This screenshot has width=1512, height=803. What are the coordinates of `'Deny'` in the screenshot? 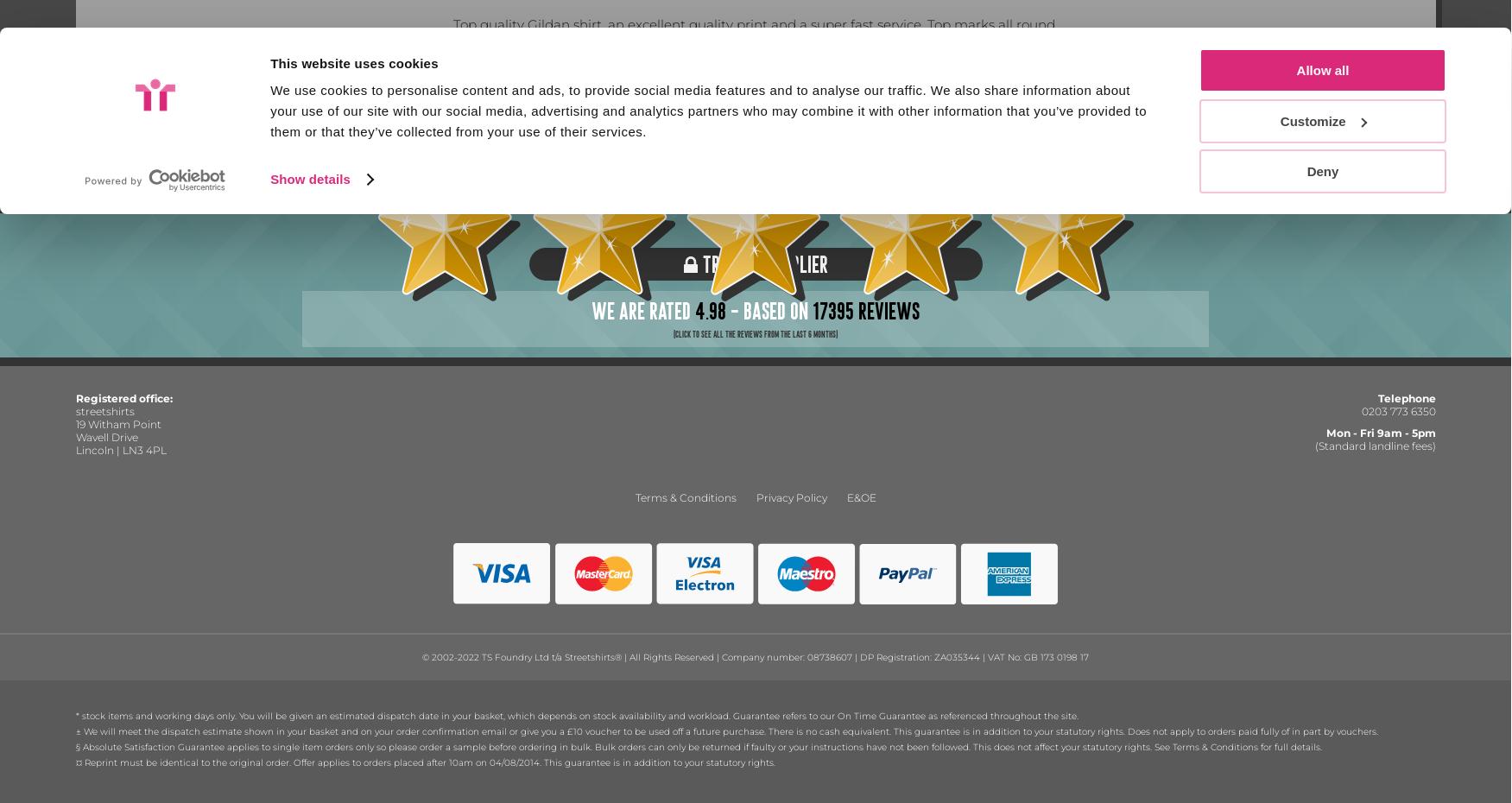 It's located at (1306, 78).